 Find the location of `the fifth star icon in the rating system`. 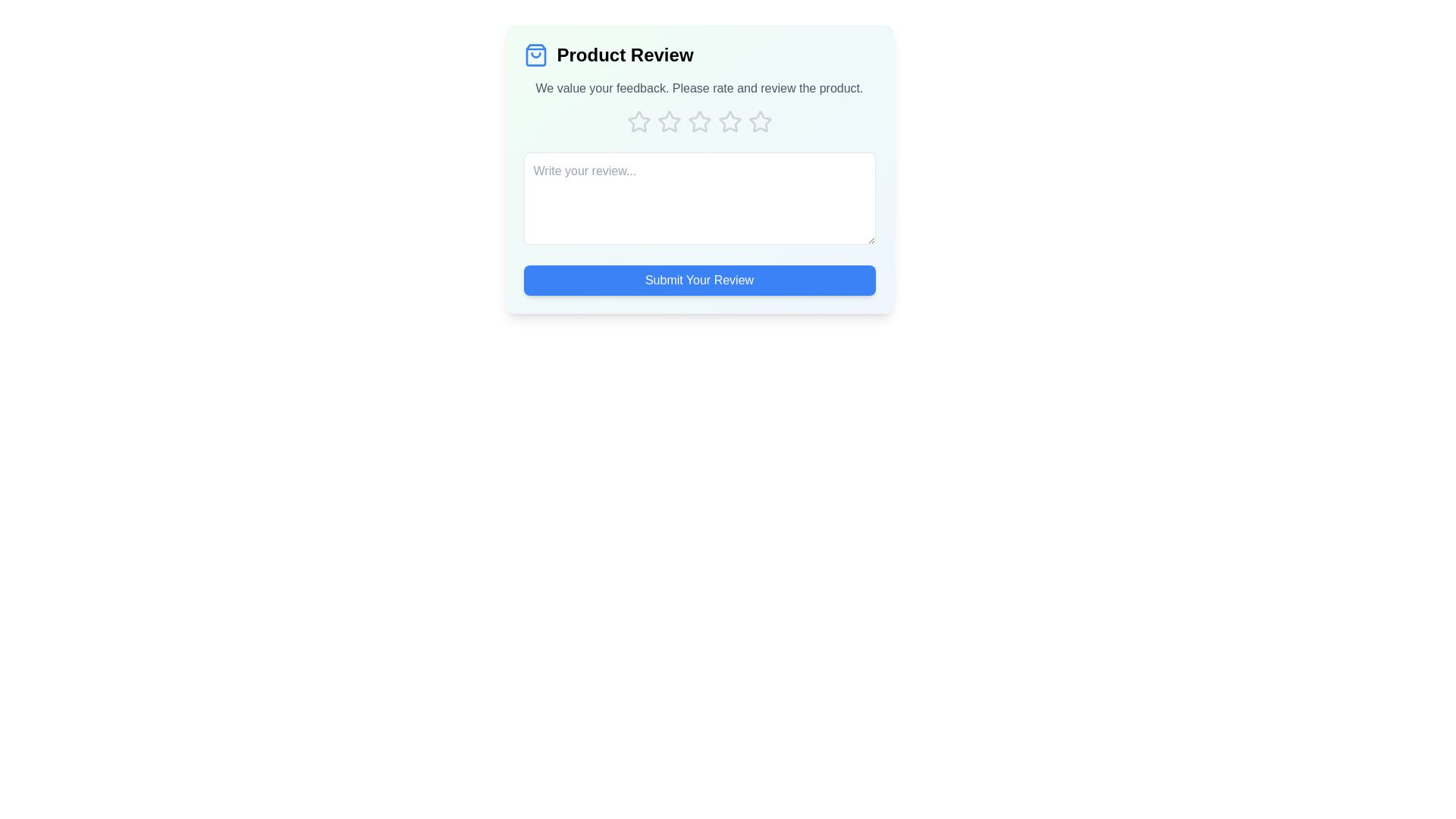

the fifth star icon in the rating system is located at coordinates (760, 121).